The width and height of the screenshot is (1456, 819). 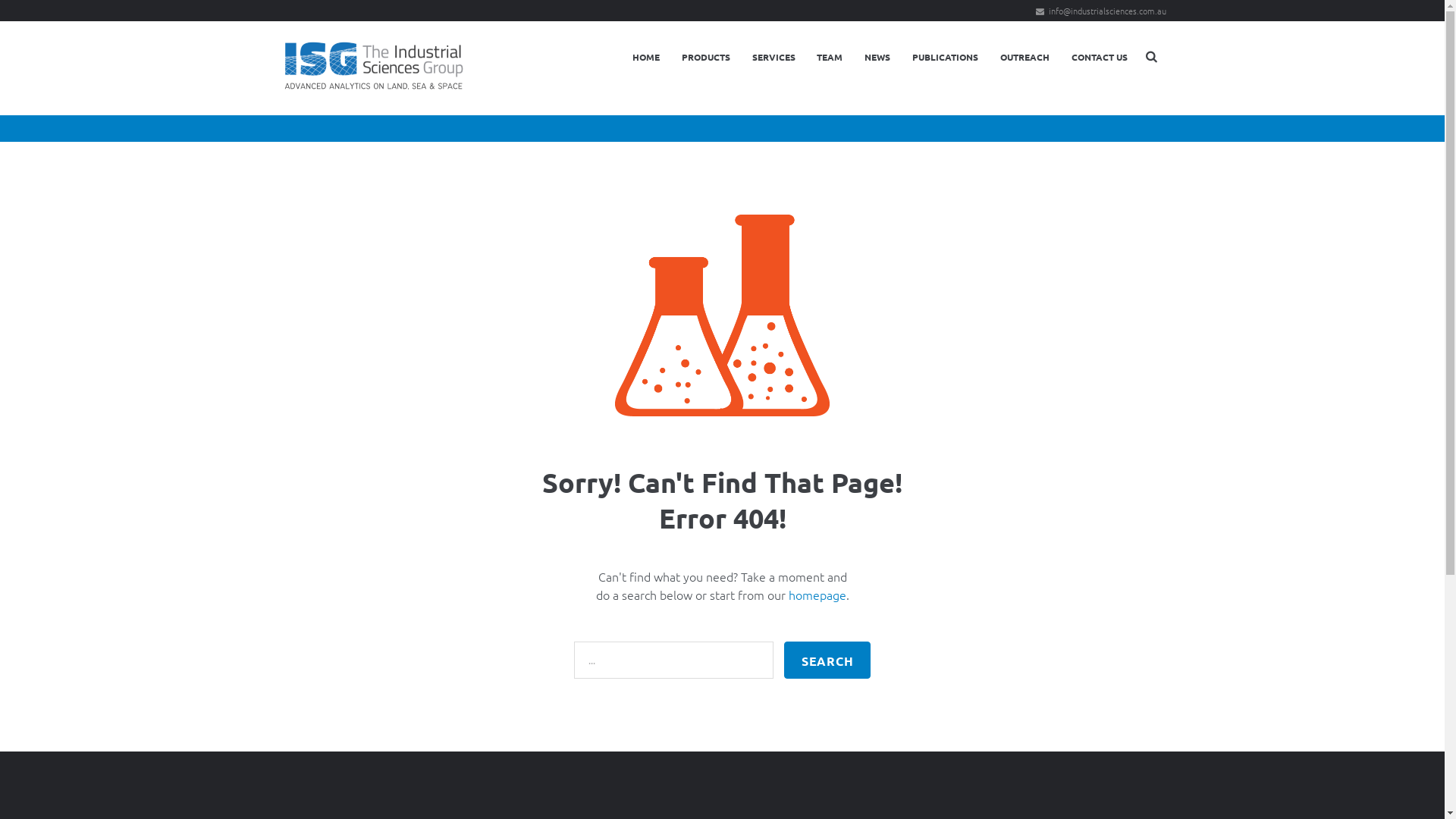 What do you see at coordinates (773, 56) in the screenshot?
I see `'SERVICES'` at bounding box center [773, 56].